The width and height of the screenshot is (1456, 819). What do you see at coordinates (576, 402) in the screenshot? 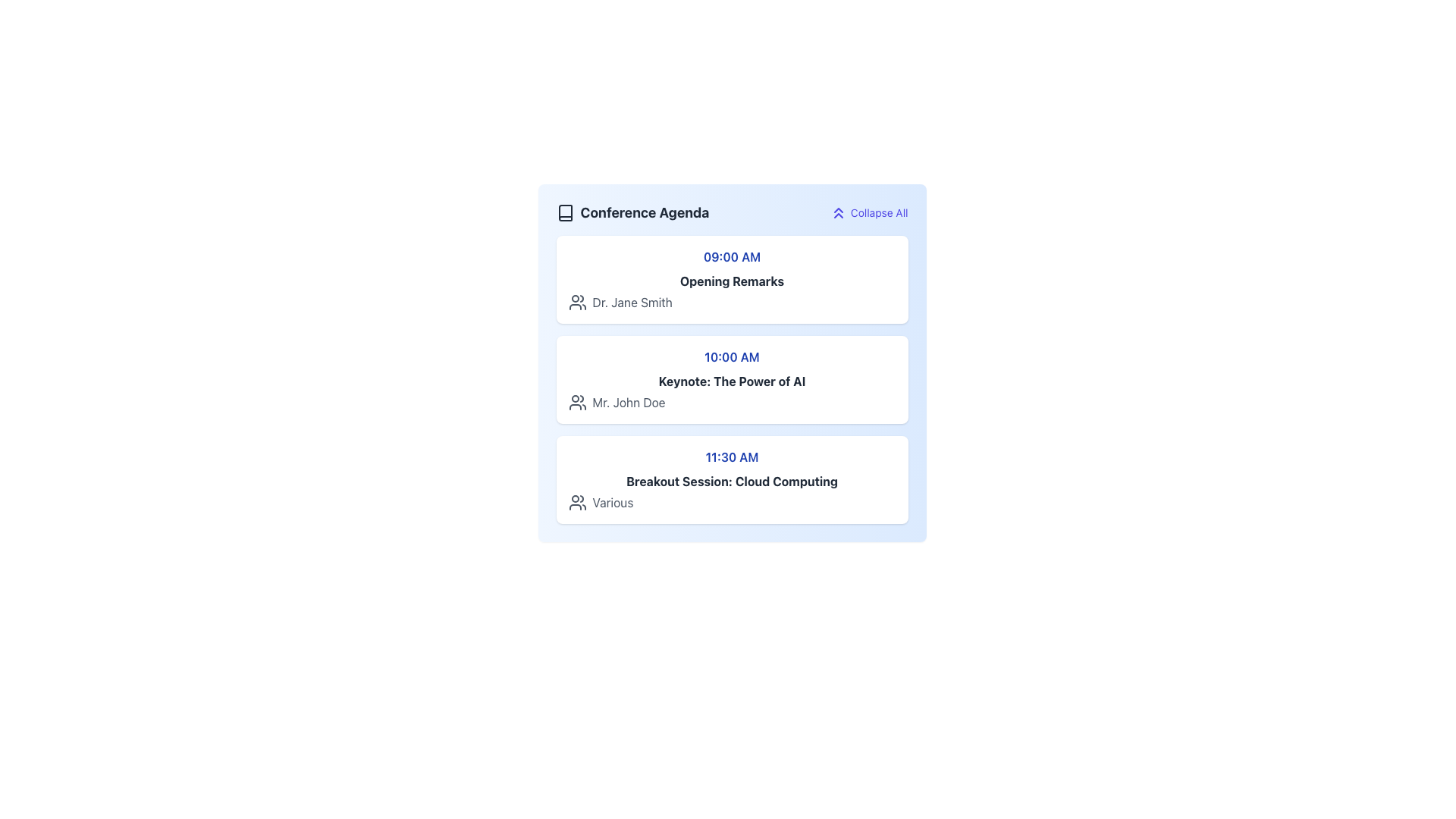
I see `the icon resembling a group of people, which is styled in a dark color and positioned next to the text 'Mr. John Doe' in the second session block titled '10:00 AM Keynote: The Power of AI'` at bounding box center [576, 402].